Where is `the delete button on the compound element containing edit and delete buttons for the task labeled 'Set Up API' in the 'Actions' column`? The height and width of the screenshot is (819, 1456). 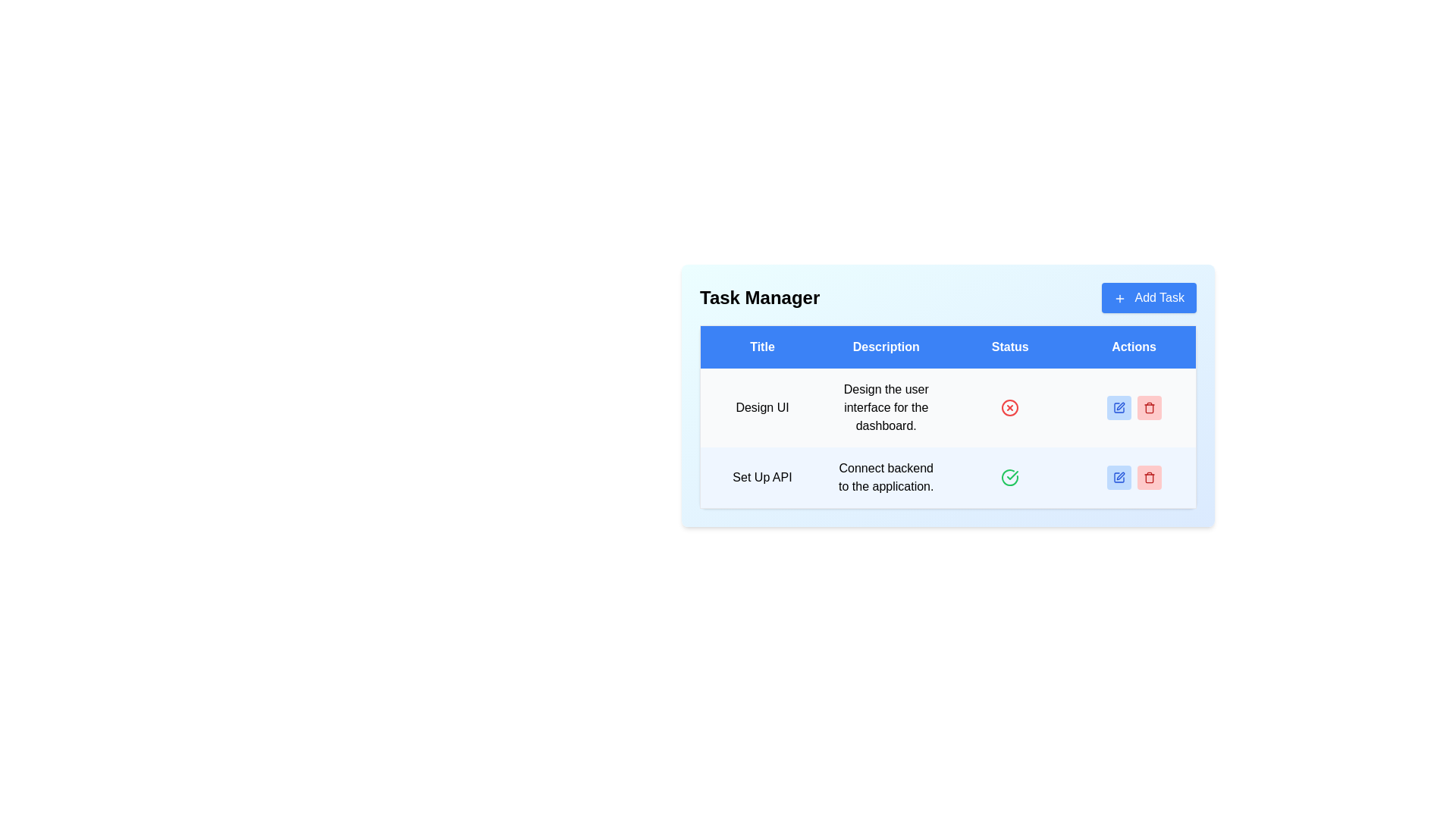 the delete button on the compound element containing edit and delete buttons for the task labeled 'Set Up API' in the 'Actions' column is located at coordinates (1134, 476).